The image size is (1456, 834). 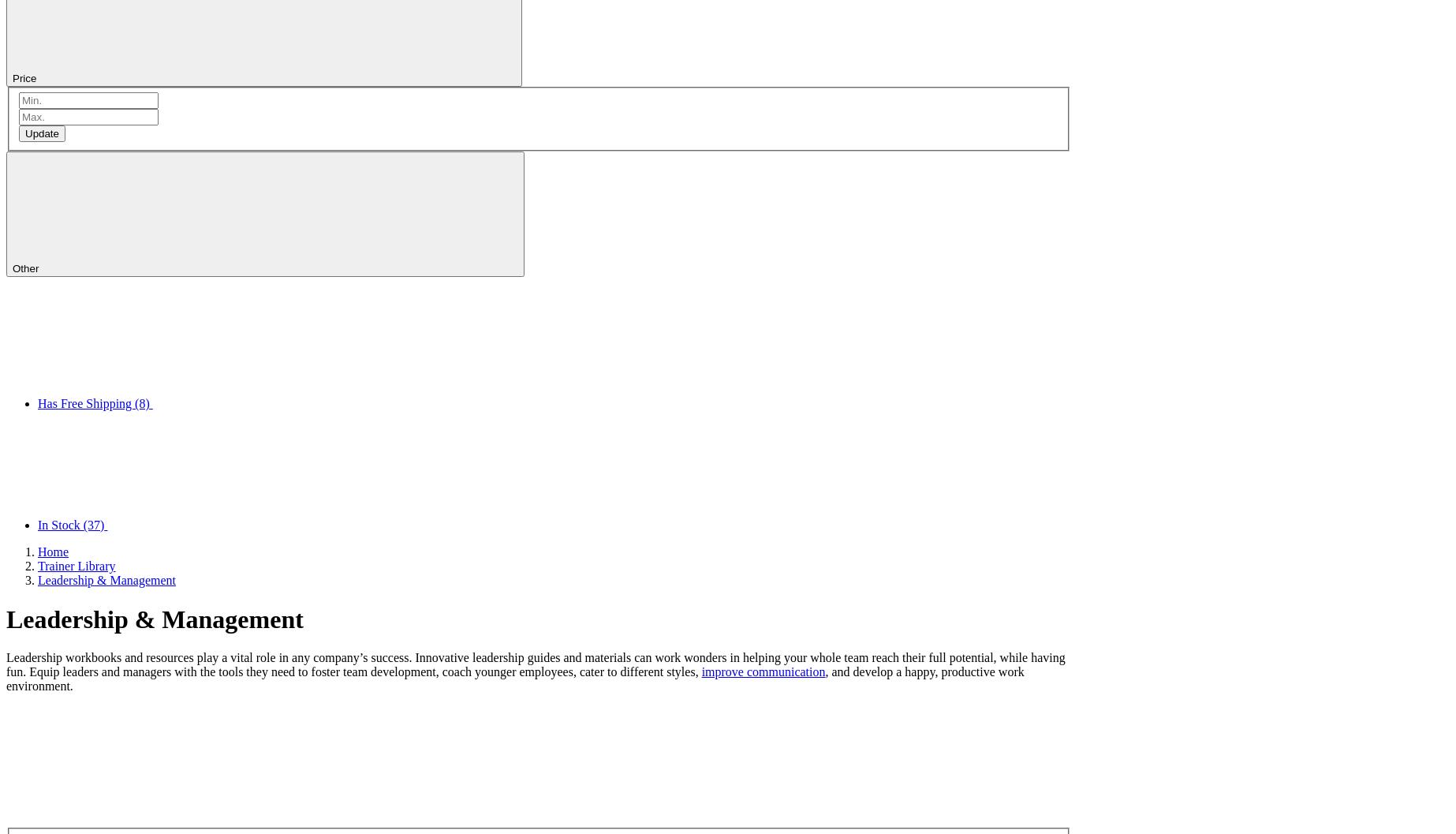 I want to click on 'In Stock', so click(x=37, y=525).